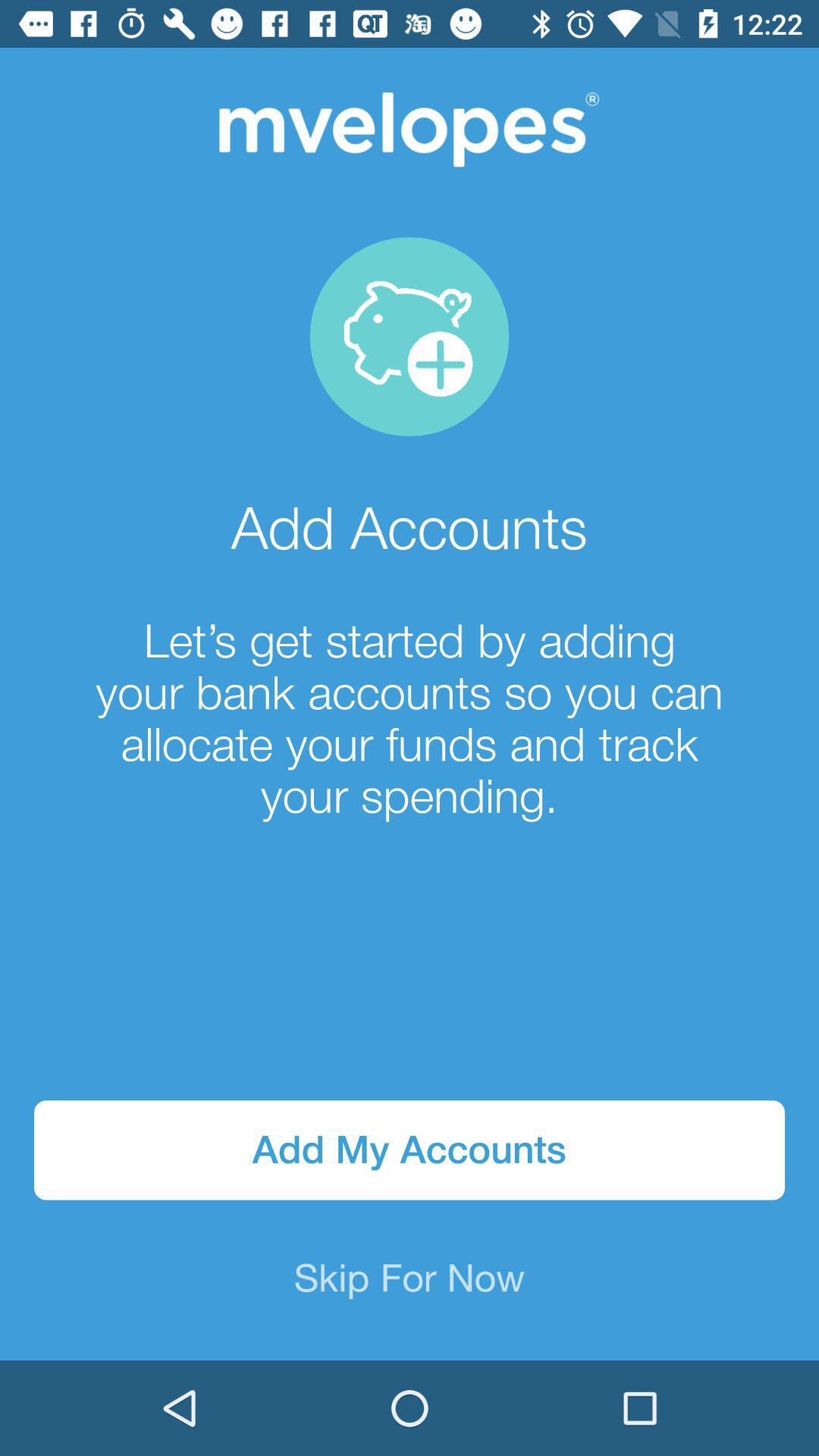 This screenshot has height=1456, width=819. Describe the element at coordinates (409, 1279) in the screenshot. I see `the skip for now item` at that location.